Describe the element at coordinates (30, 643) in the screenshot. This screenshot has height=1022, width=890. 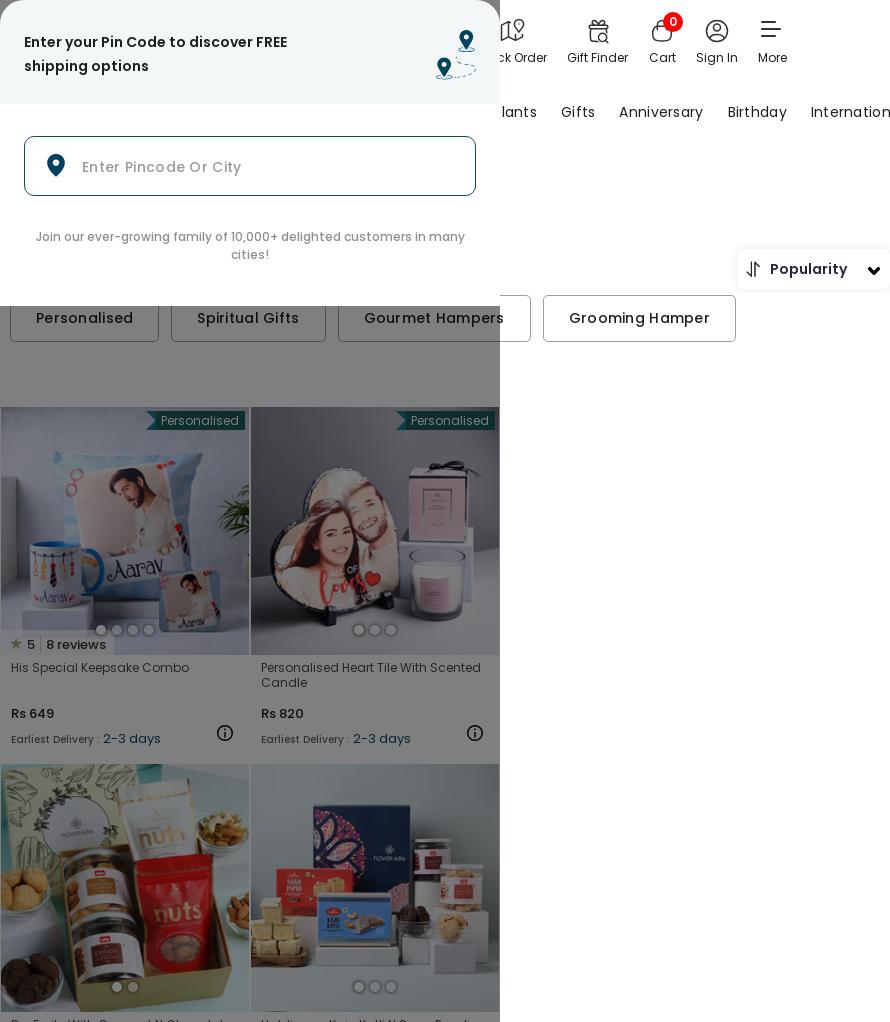
I see `'5'` at that location.